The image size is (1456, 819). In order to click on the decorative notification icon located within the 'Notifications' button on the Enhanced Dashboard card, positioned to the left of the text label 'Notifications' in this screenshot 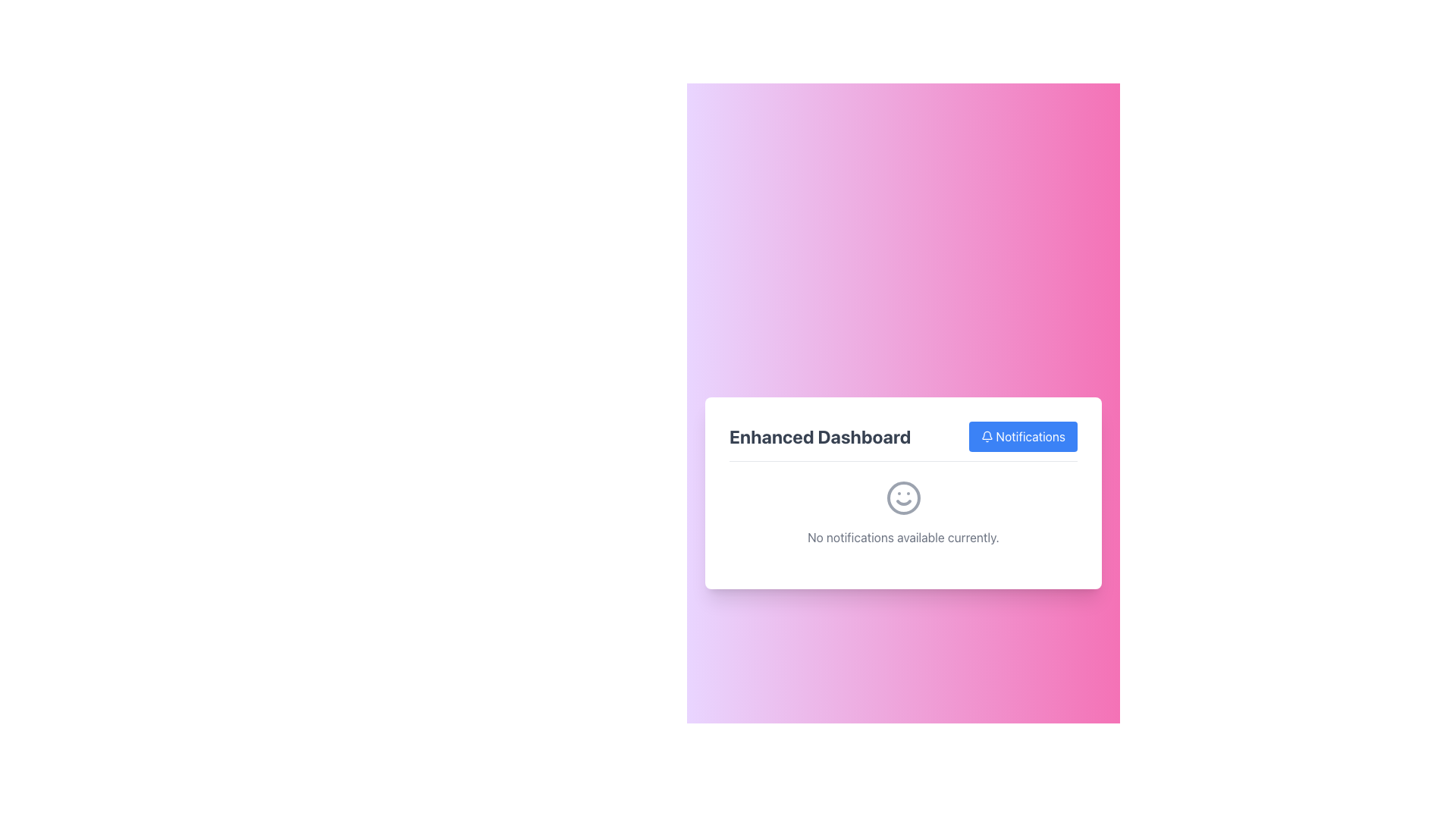, I will do `click(987, 436)`.